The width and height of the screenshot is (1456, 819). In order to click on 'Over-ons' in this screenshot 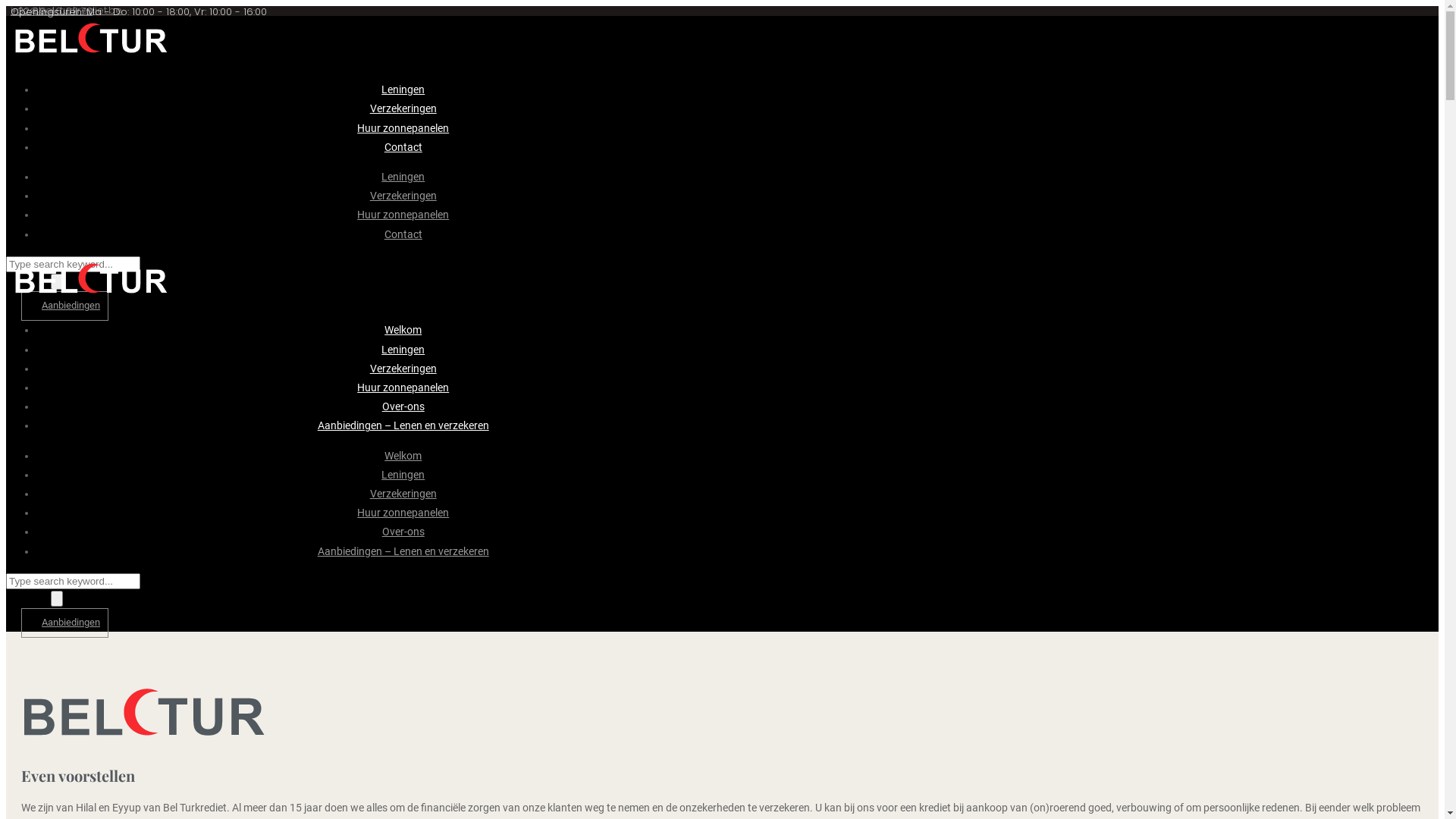, I will do `click(382, 531)`.